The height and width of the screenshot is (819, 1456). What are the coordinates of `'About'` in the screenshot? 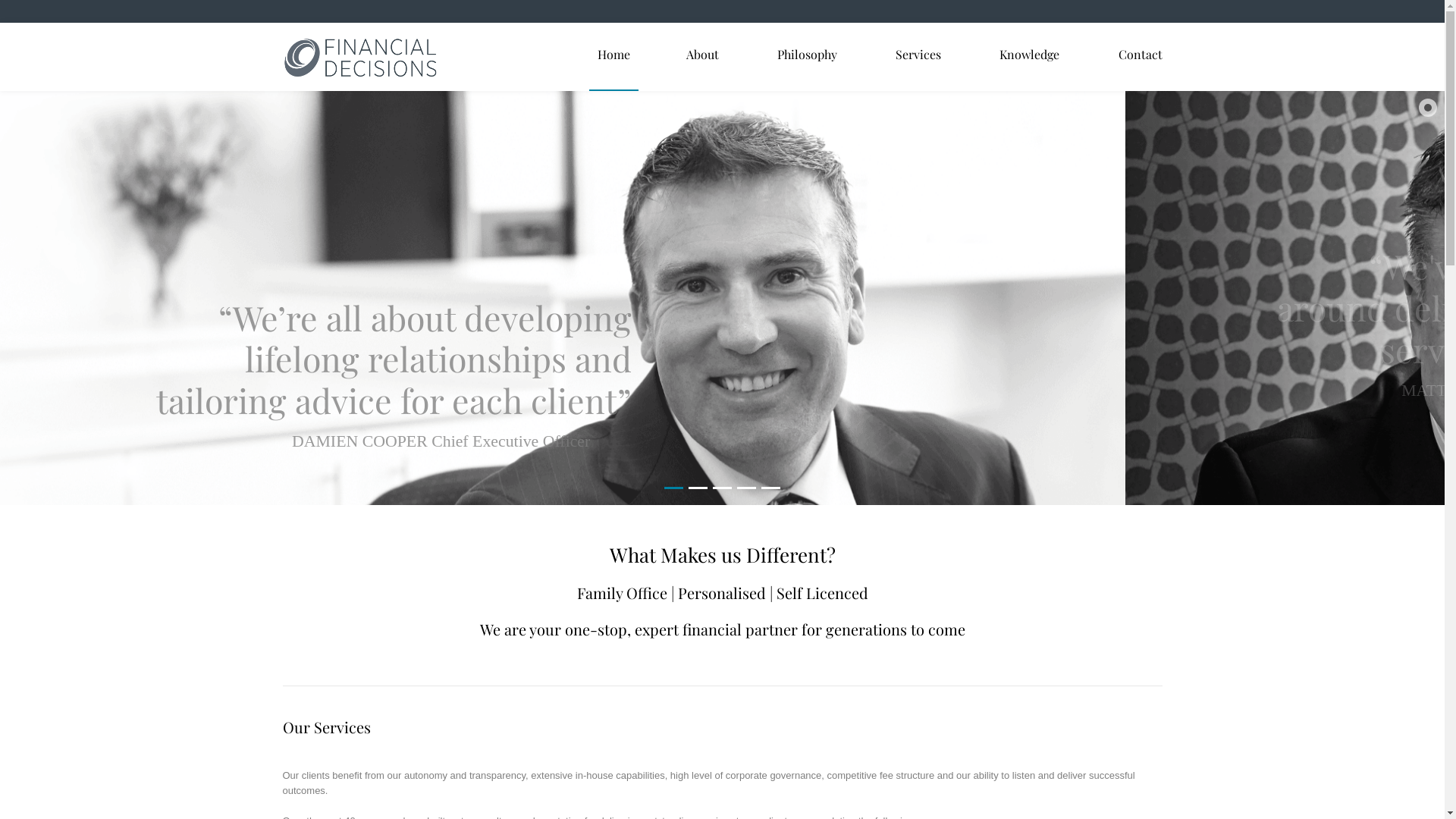 It's located at (701, 54).